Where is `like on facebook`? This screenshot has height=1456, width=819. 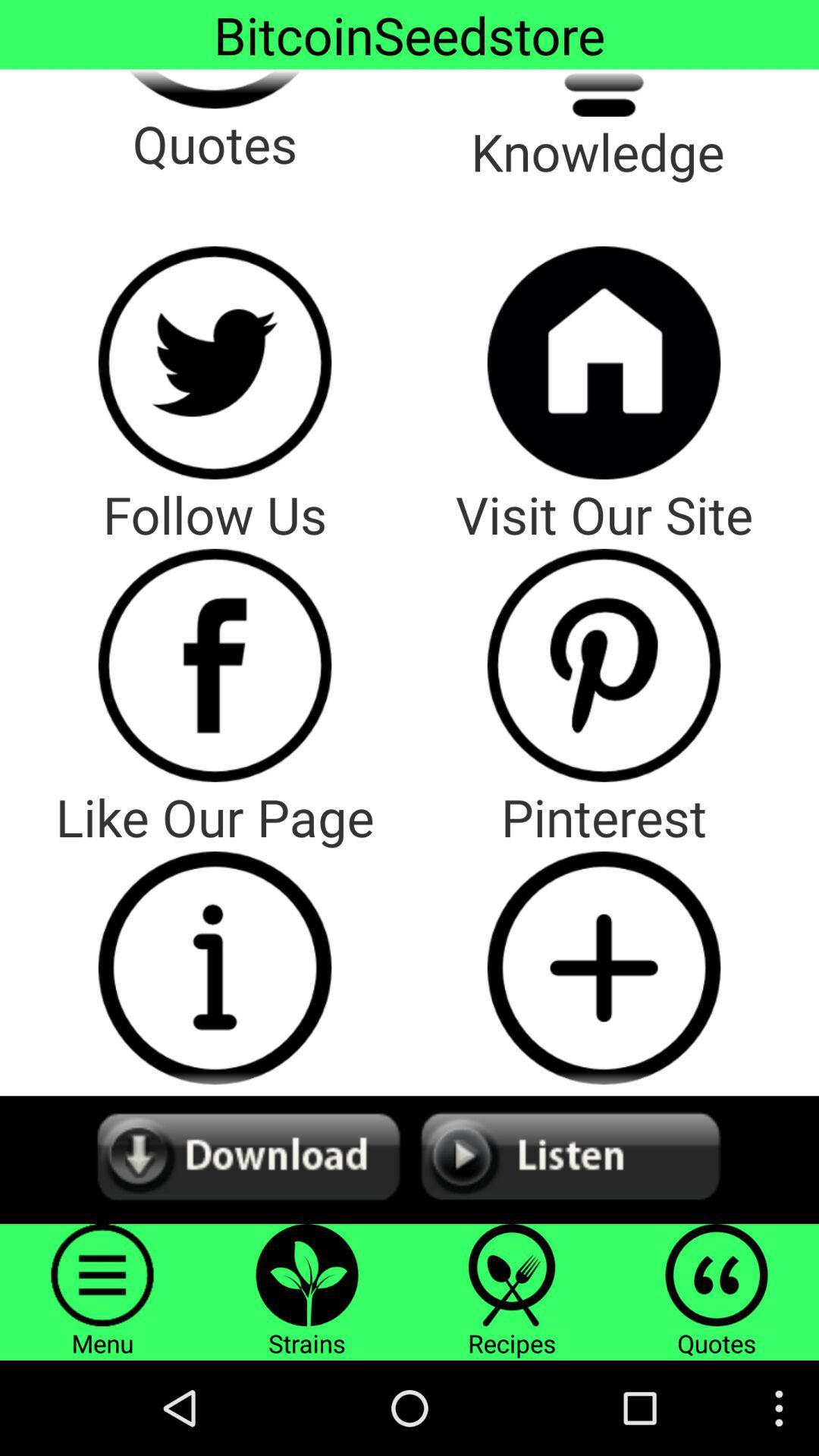
like on facebook is located at coordinates (215, 665).